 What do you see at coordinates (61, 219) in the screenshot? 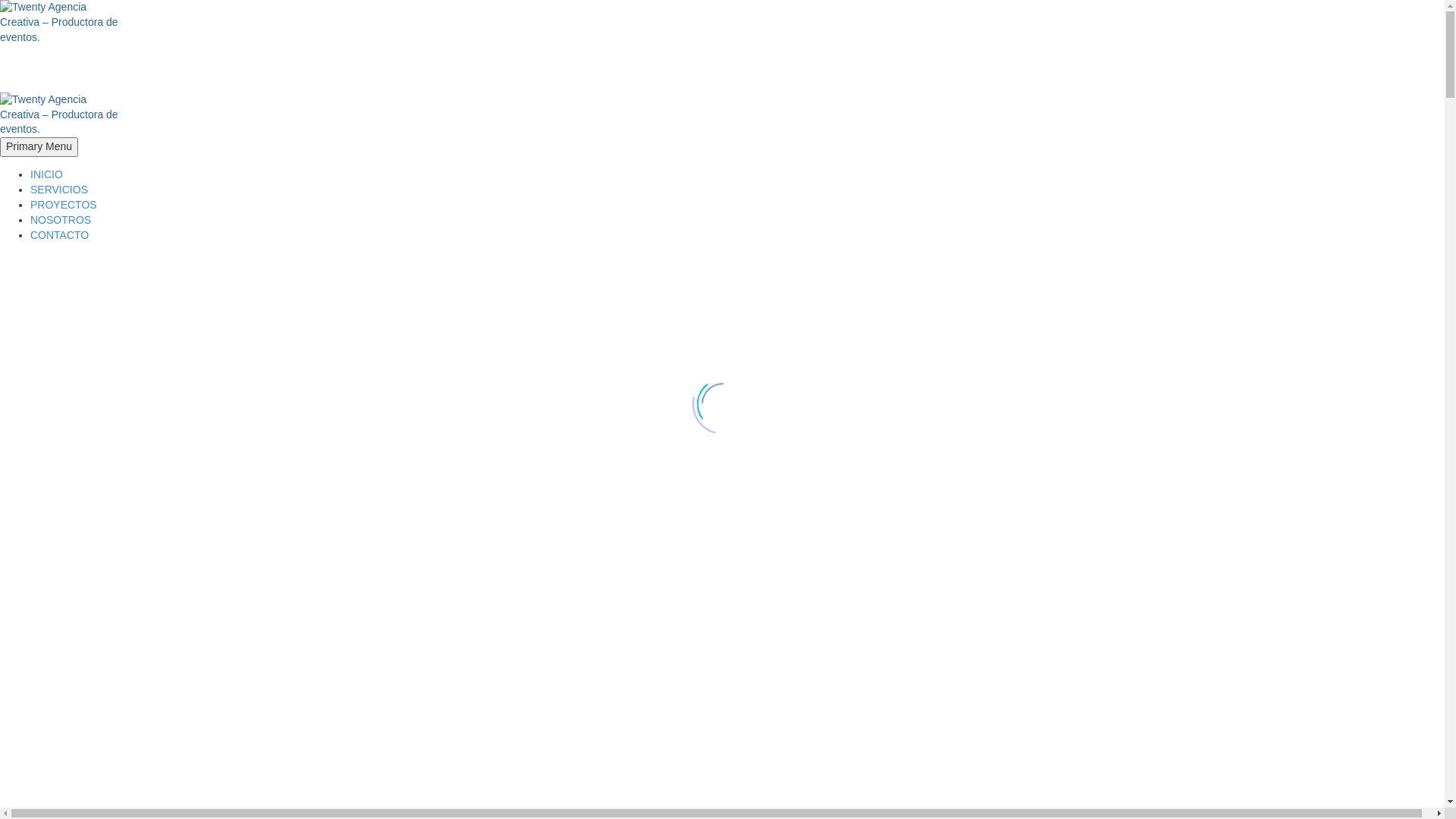
I see `'NOSOTROS'` at bounding box center [61, 219].